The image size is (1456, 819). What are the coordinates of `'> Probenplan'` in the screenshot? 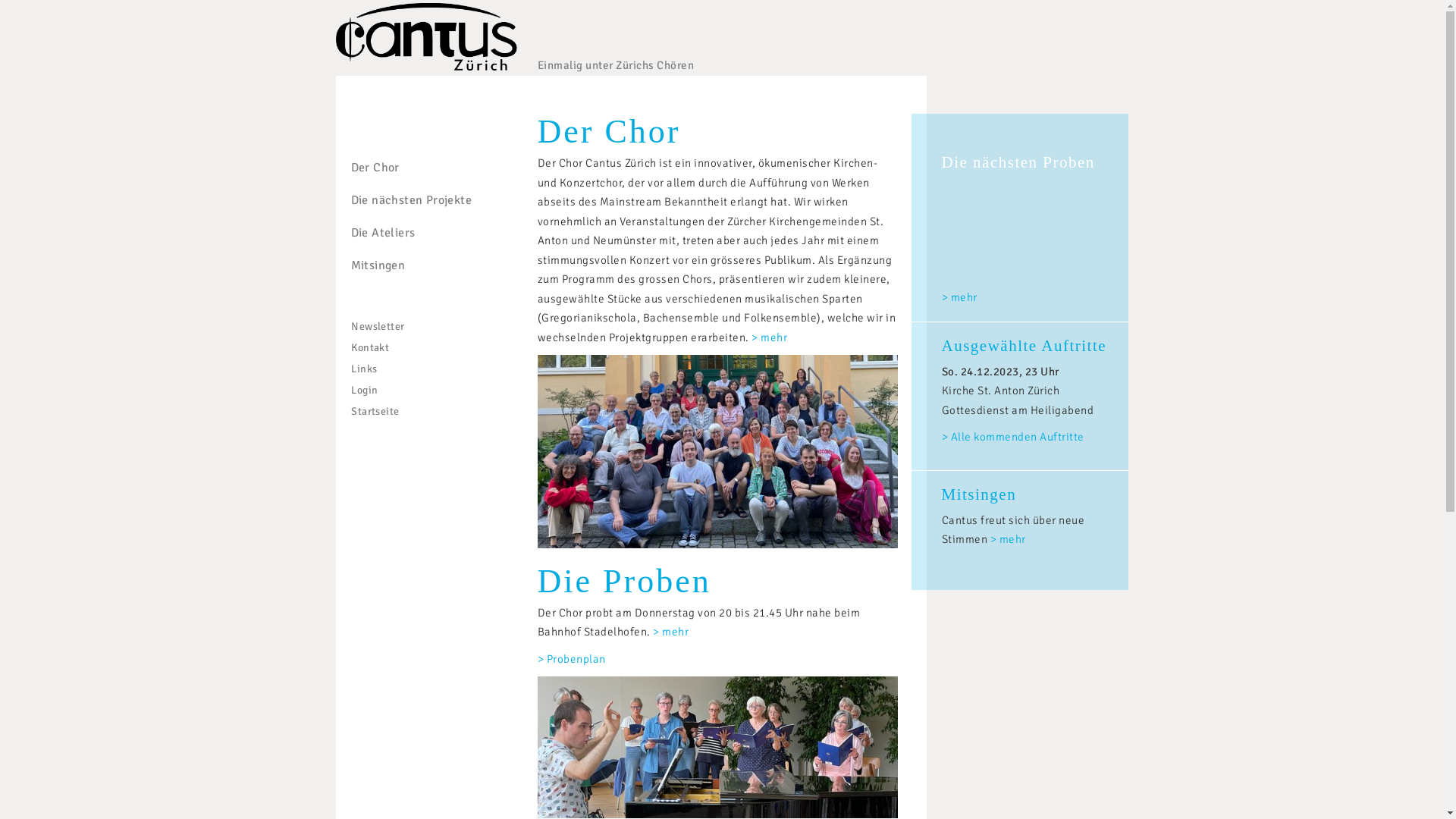 It's located at (570, 657).